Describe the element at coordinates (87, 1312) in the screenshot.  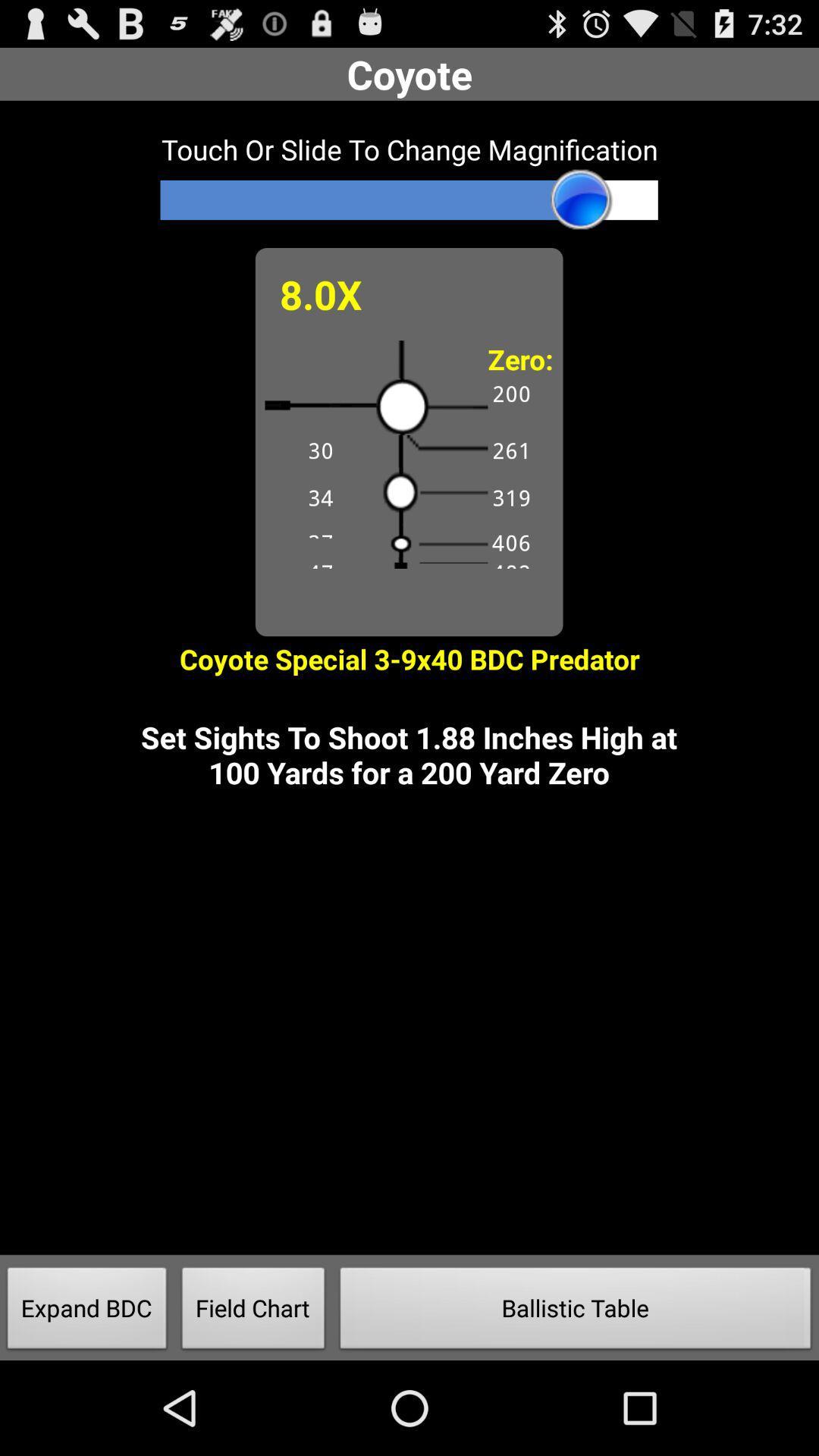
I see `expand bdc icon` at that location.